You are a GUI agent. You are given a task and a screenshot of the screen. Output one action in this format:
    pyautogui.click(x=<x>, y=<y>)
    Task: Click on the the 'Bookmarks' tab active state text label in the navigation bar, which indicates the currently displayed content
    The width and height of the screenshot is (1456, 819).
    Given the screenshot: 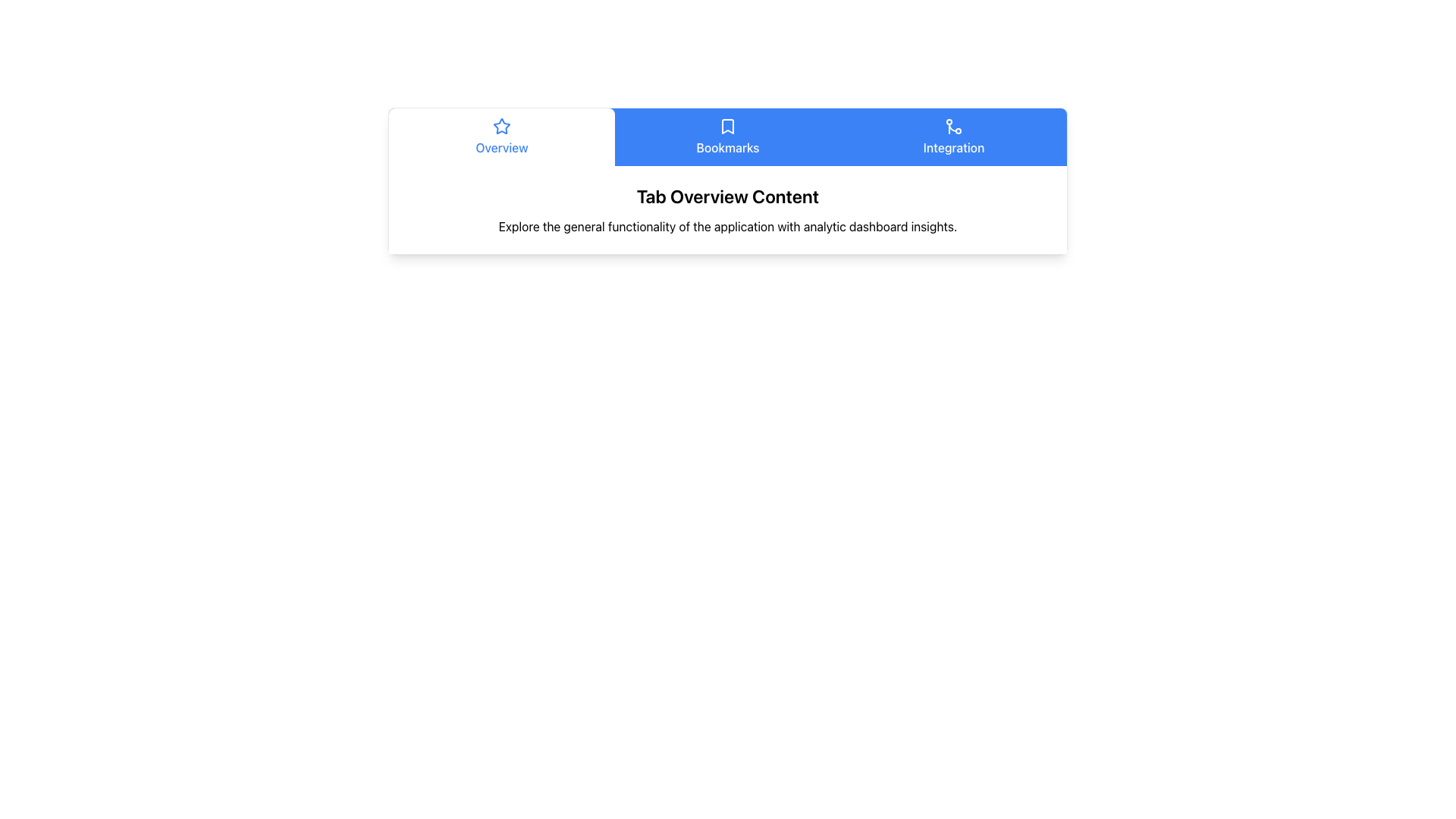 What is the action you would take?
    pyautogui.click(x=728, y=148)
    